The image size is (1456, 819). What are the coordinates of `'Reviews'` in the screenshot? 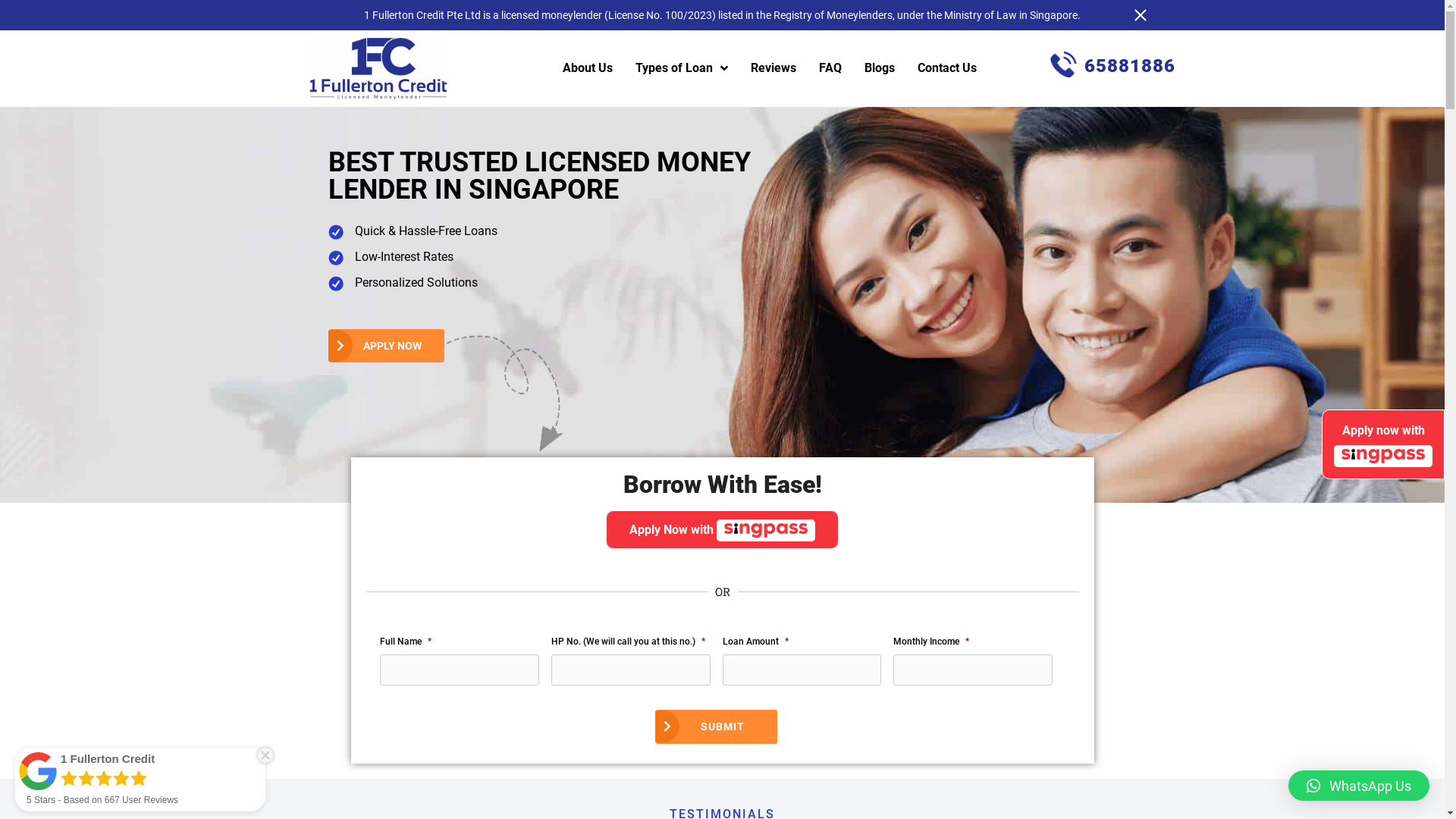 It's located at (773, 67).